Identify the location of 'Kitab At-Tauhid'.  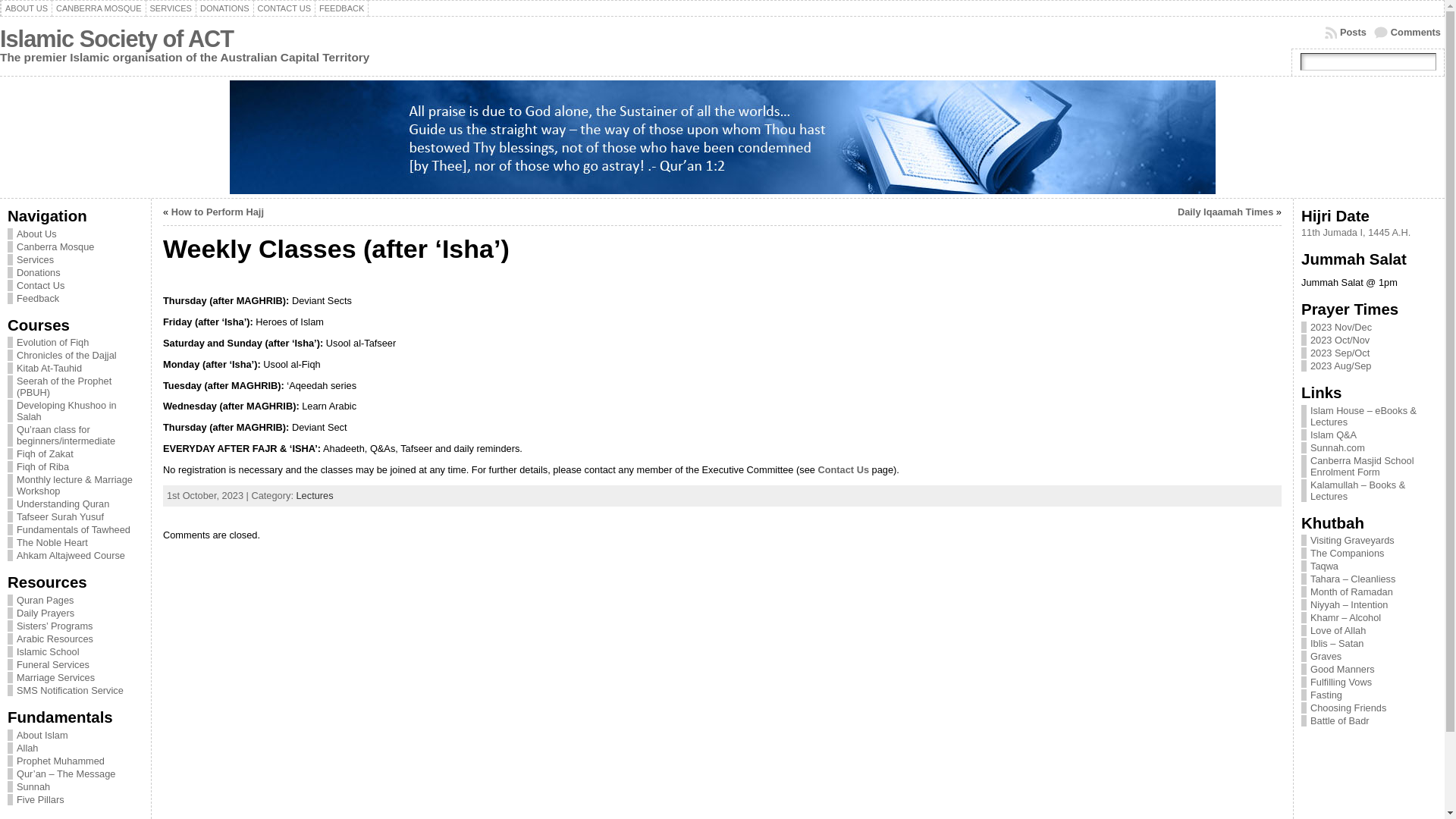
(74, 368).